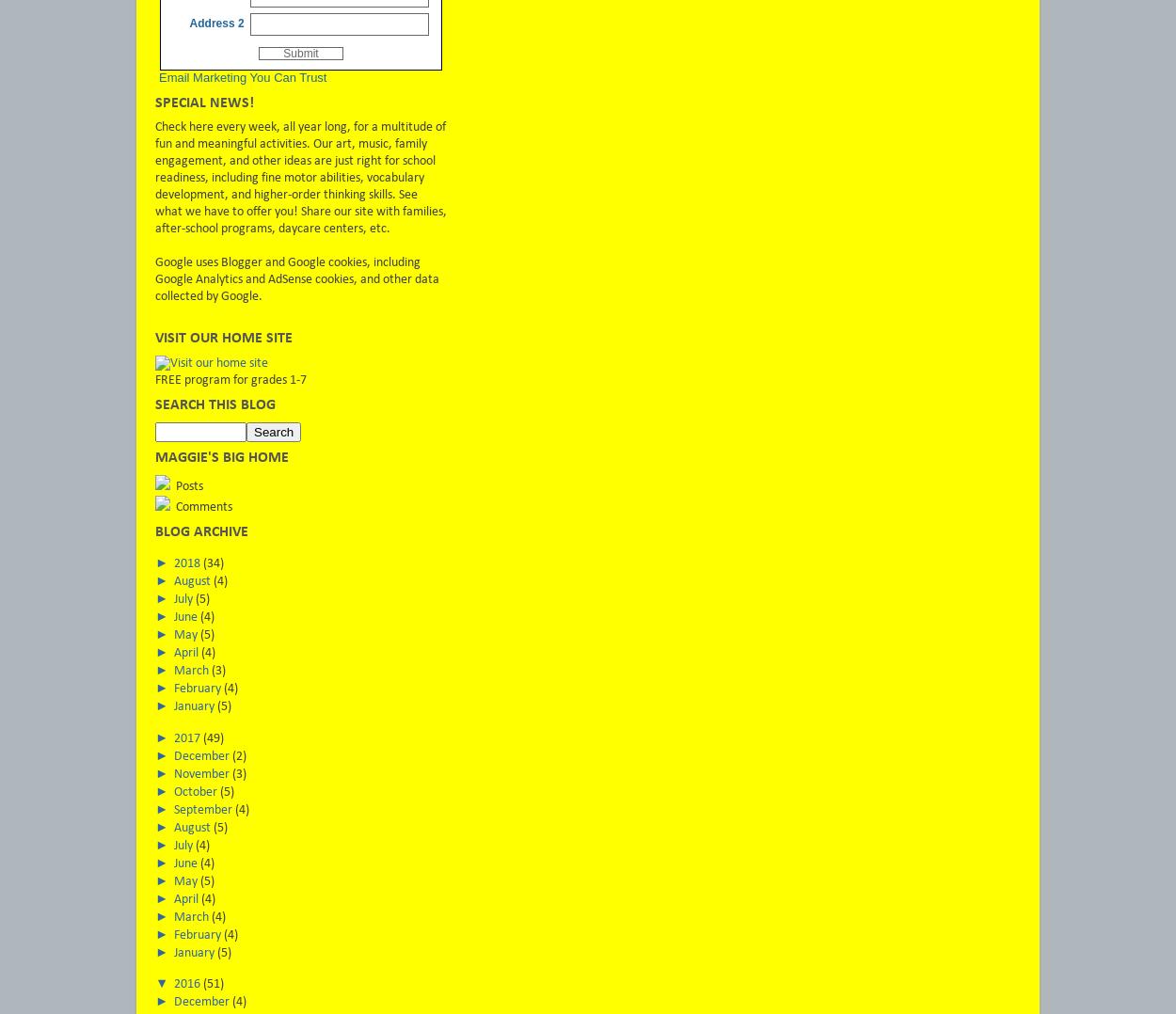 The height and width of the screenshot is (1014, 1176). I want to click on '2018', so click(187, 563).